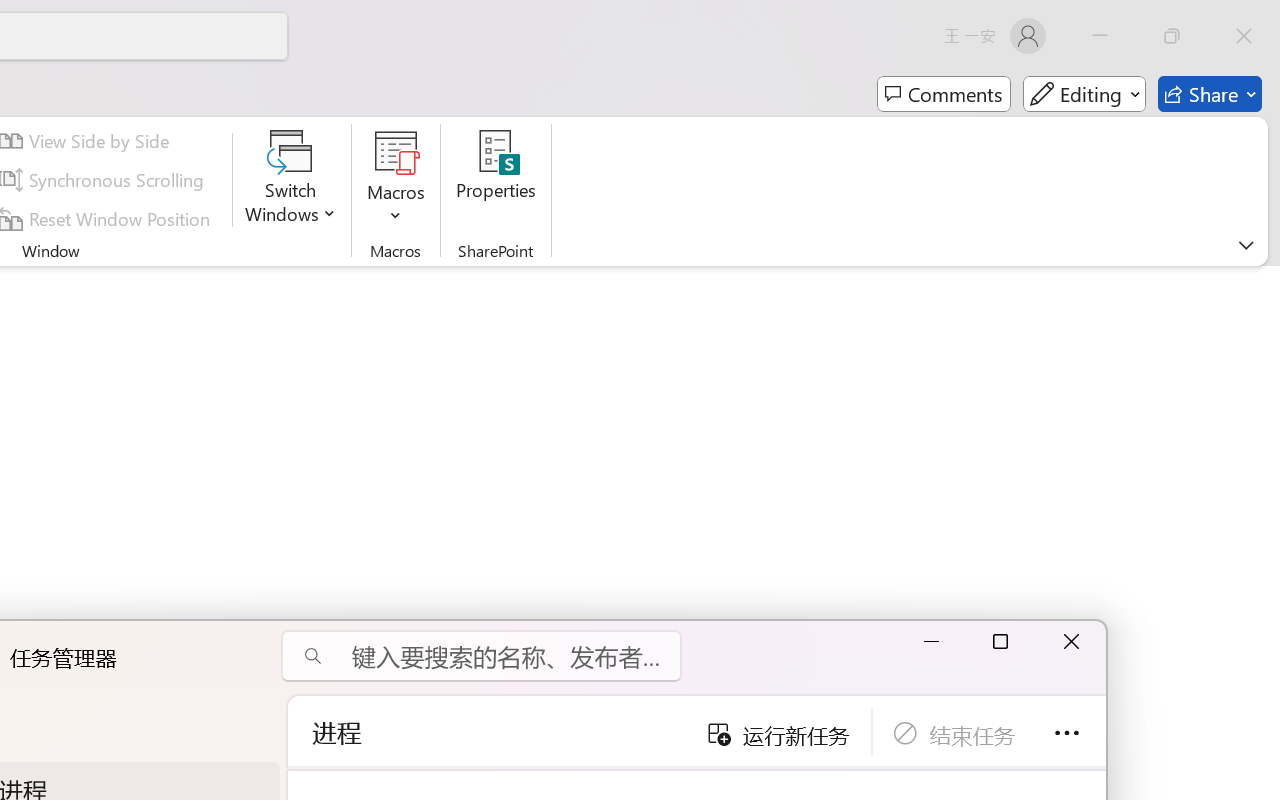 The image size is (1280, 800). What do you see at coordinates (290, 179) in the screenshot?
I see `'Switch Windows'` at bounding box center [290, 179].